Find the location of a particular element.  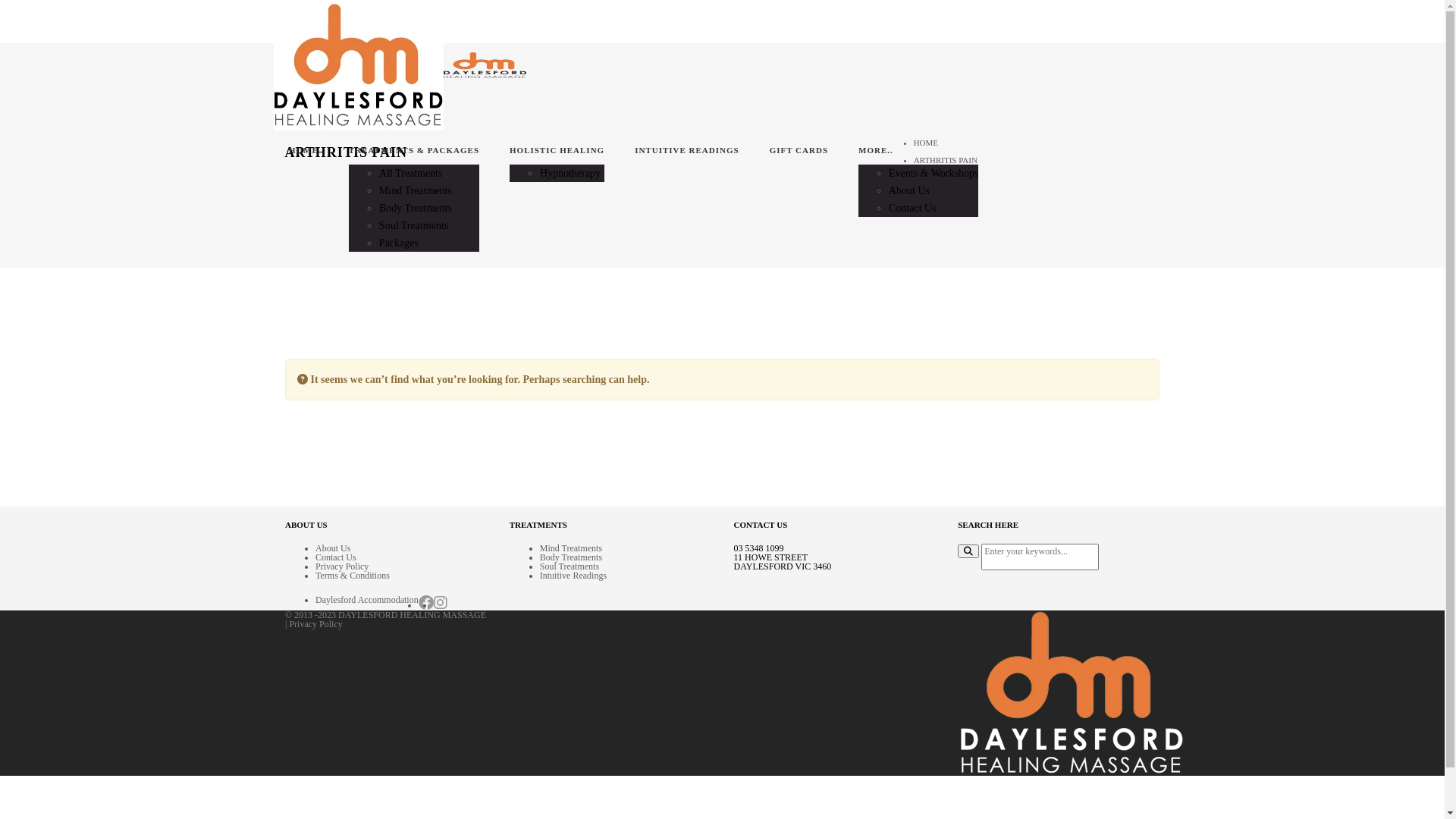

'Body Treatments' is located at coordinates (415, 208).